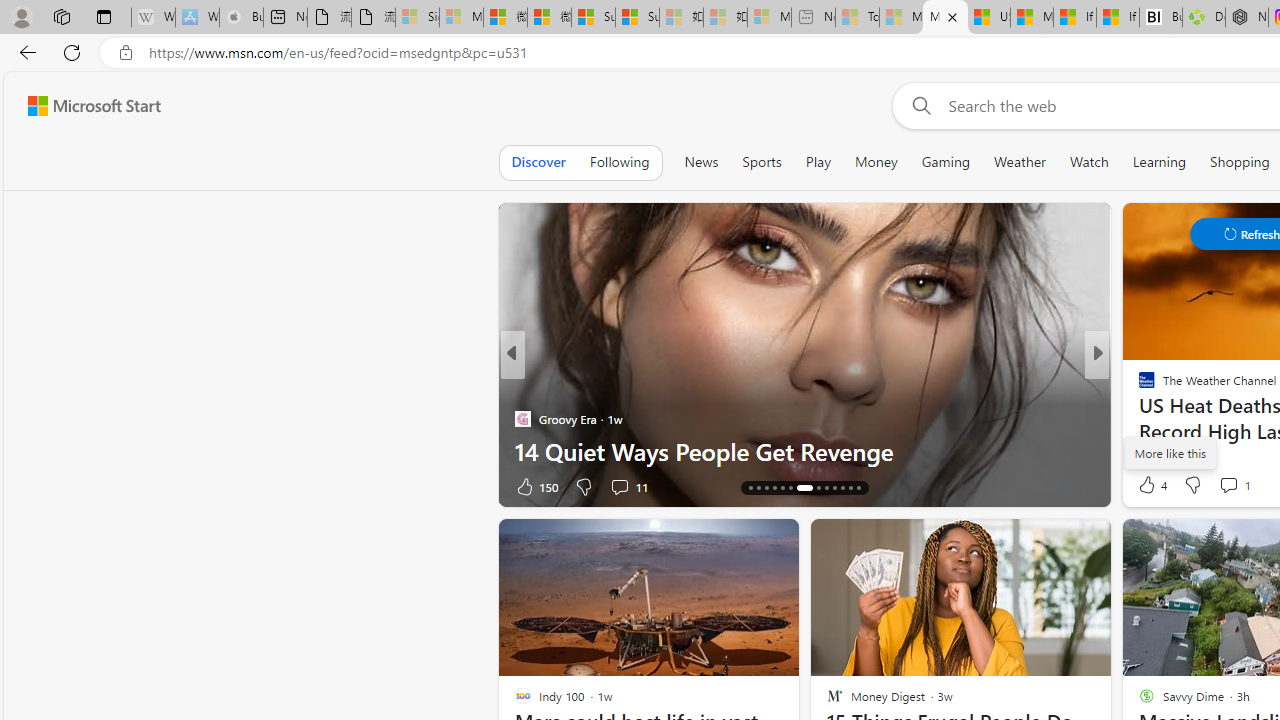  I want to click on '4 Like', so click(1151, 484).